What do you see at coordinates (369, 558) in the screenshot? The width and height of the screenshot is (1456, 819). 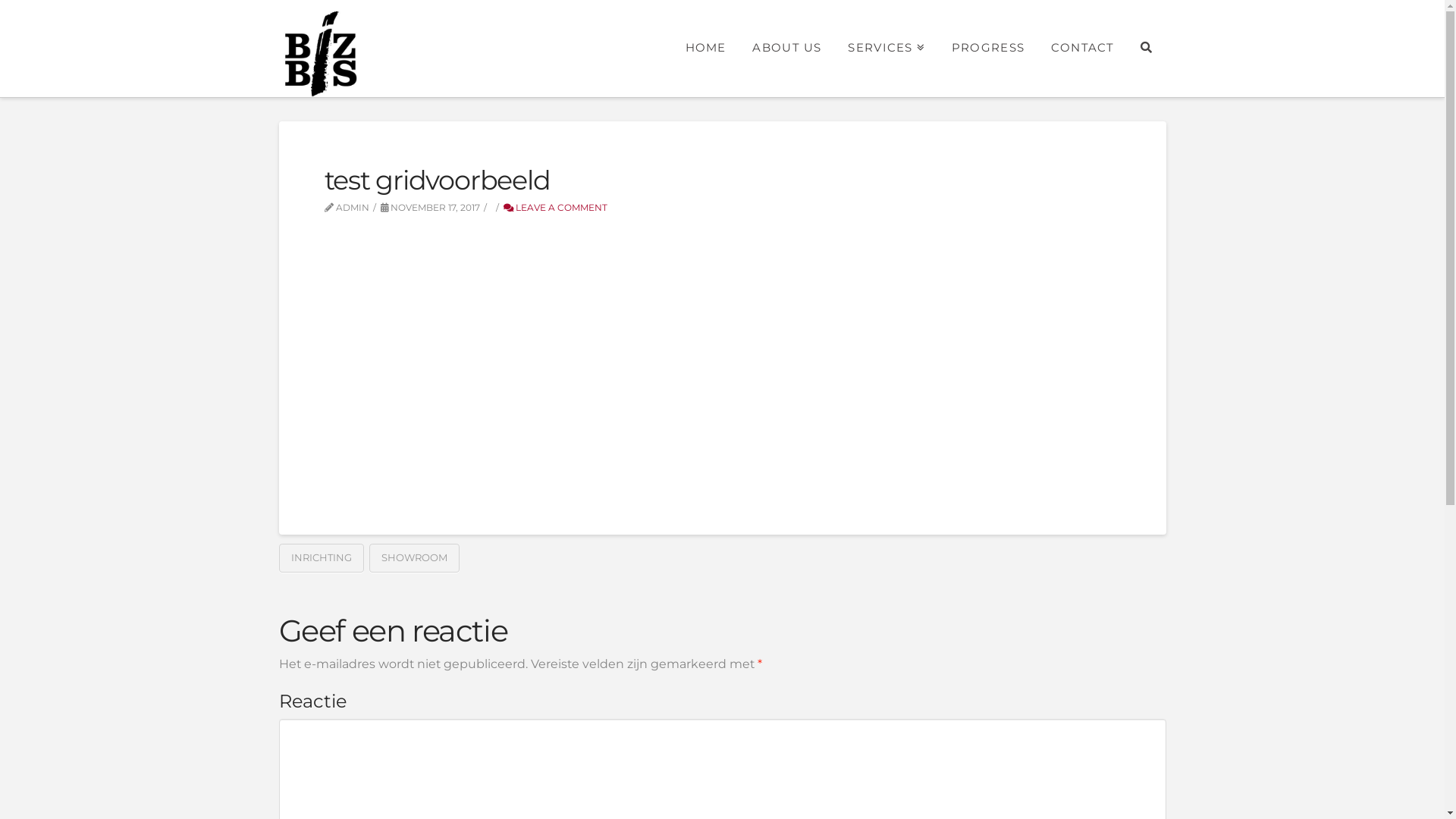 I see `'SHOWROOM'` at bounding box center [369, 558].